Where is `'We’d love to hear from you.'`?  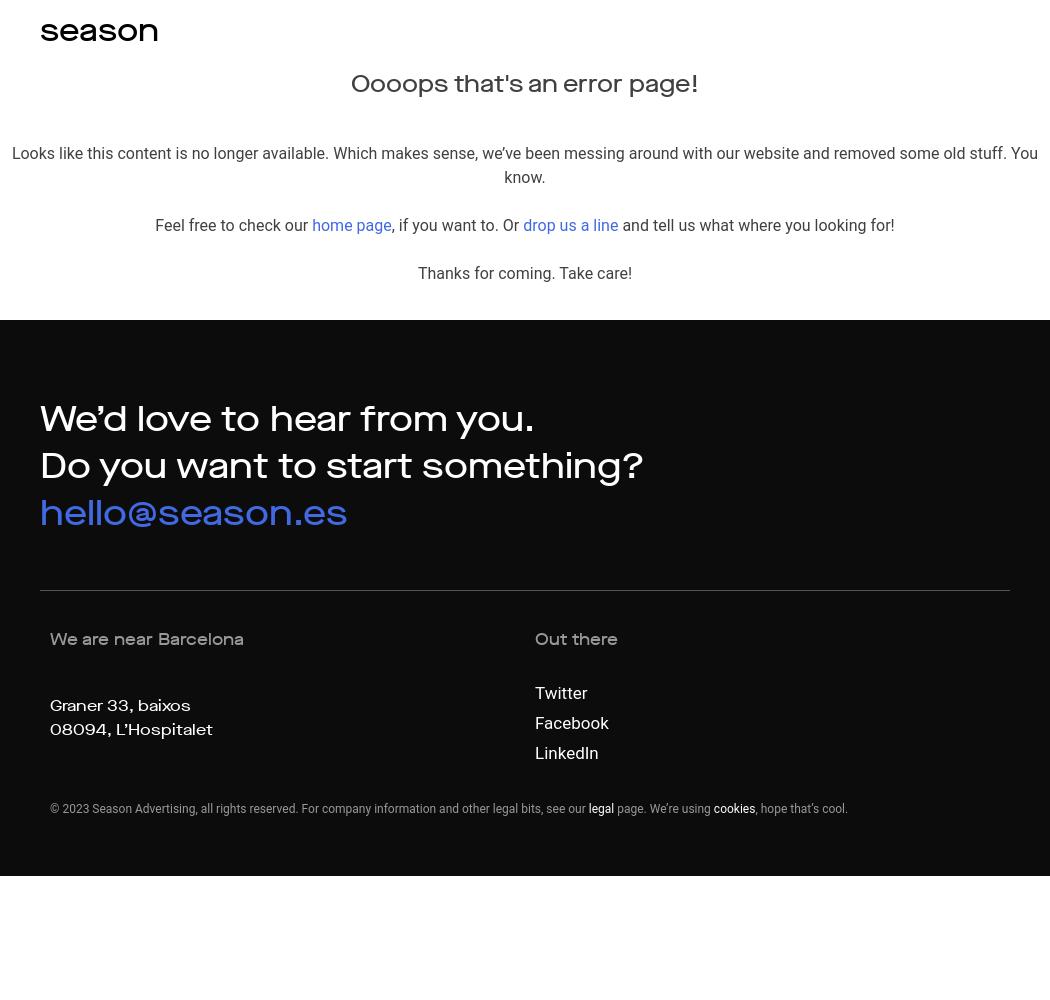
'We’d love to hear from you.' is located at coordinates (286, 419).